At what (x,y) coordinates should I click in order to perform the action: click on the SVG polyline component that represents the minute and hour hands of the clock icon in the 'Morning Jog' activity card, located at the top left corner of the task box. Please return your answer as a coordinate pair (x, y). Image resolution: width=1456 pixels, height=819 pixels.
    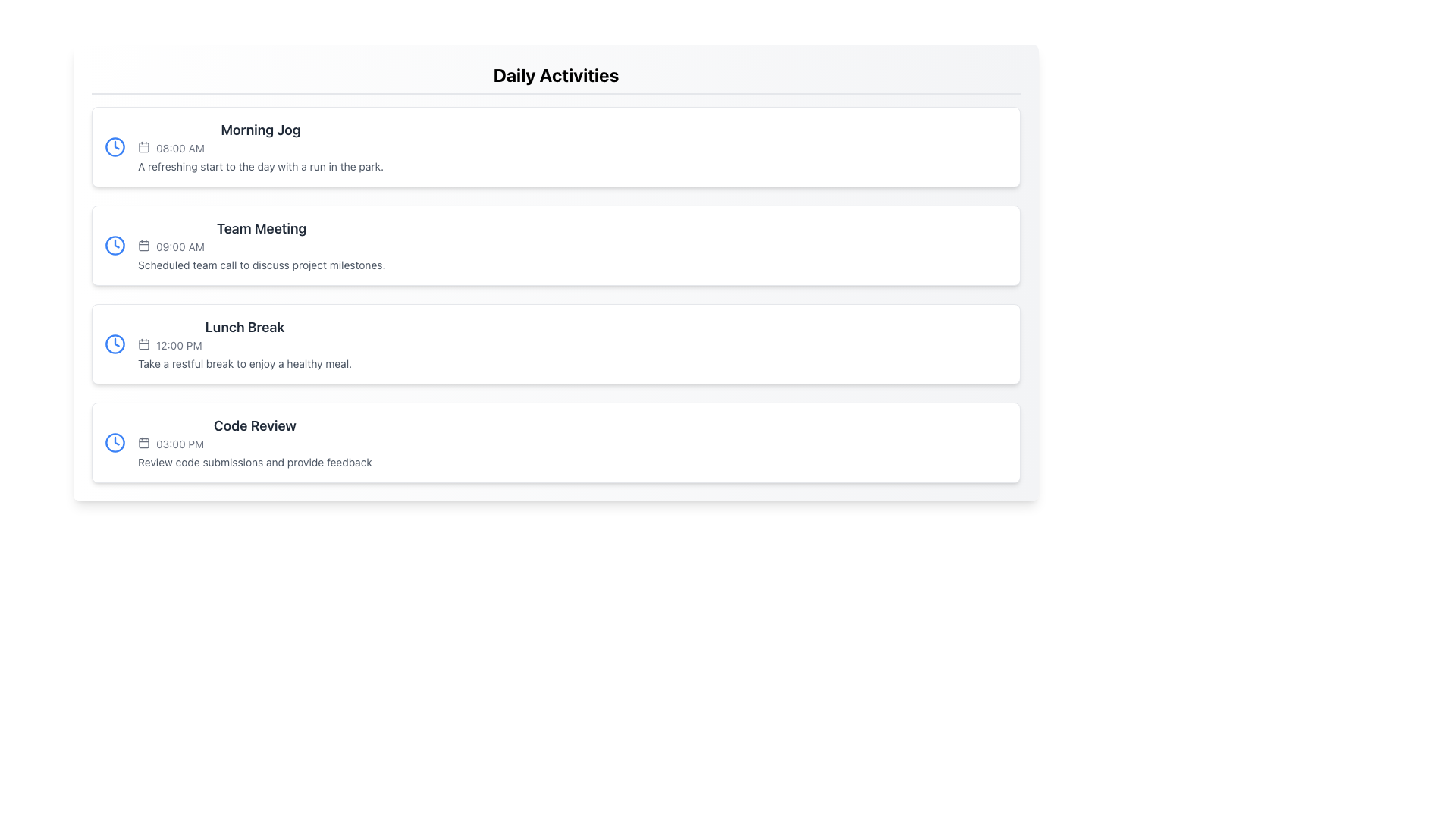
    Looking at the image, I should click on (116, 145).